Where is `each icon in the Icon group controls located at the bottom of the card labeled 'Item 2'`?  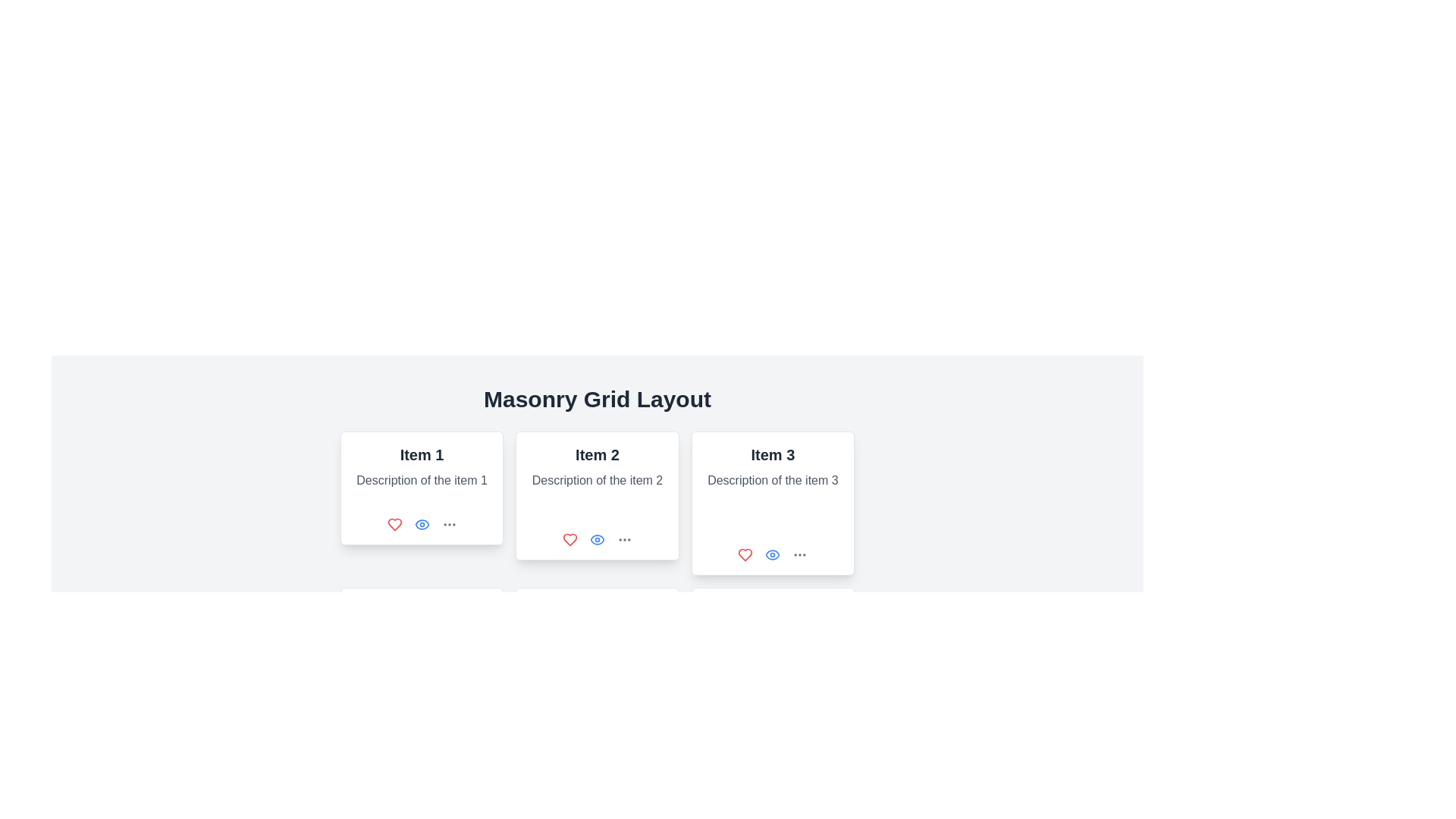
each icon in the Icon group controls located at the bottom of the card labeled 'Item 2' is located at coordinates (596, 539).